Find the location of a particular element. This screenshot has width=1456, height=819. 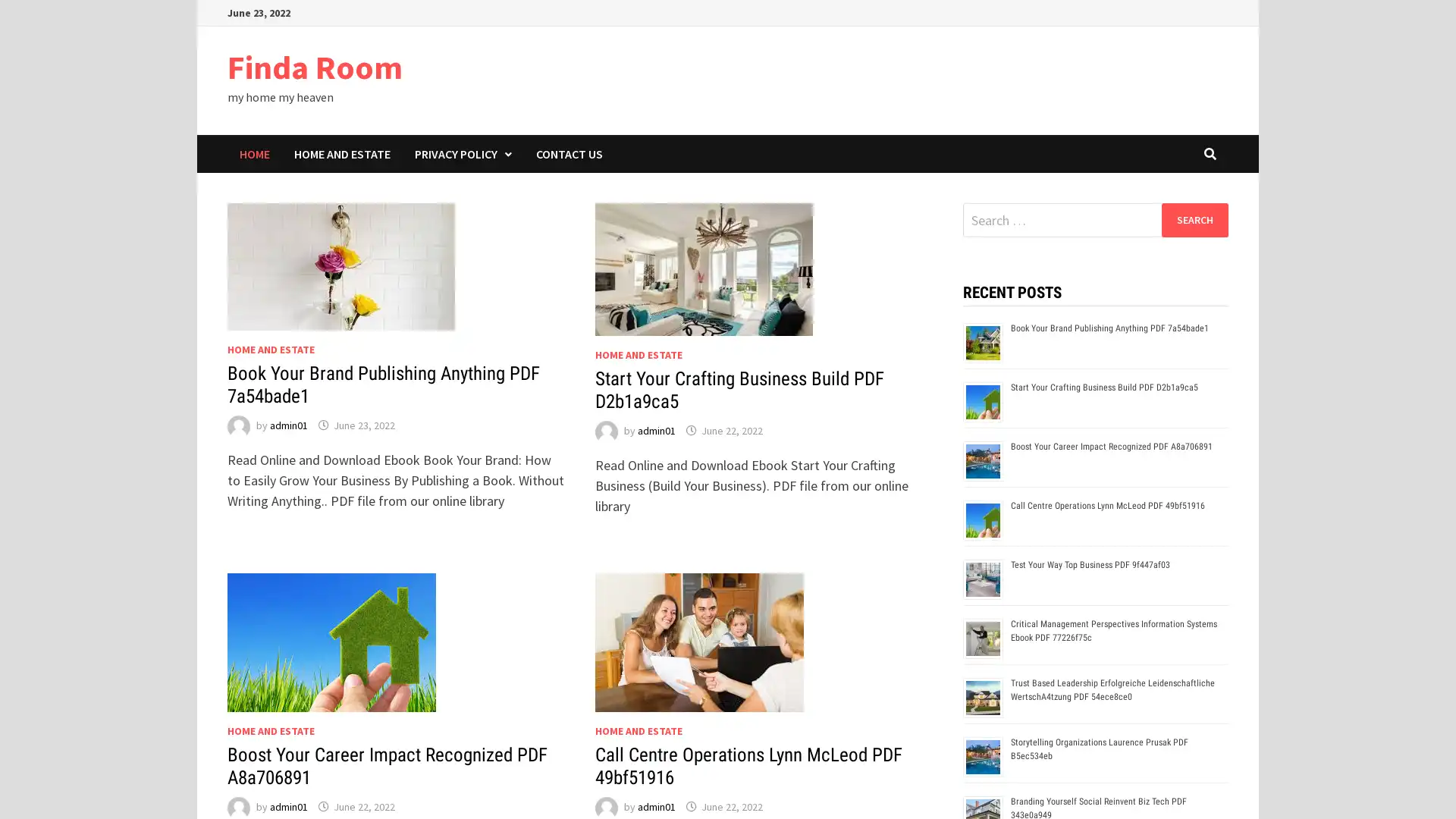

Search is located at coordinates (1194, 219).